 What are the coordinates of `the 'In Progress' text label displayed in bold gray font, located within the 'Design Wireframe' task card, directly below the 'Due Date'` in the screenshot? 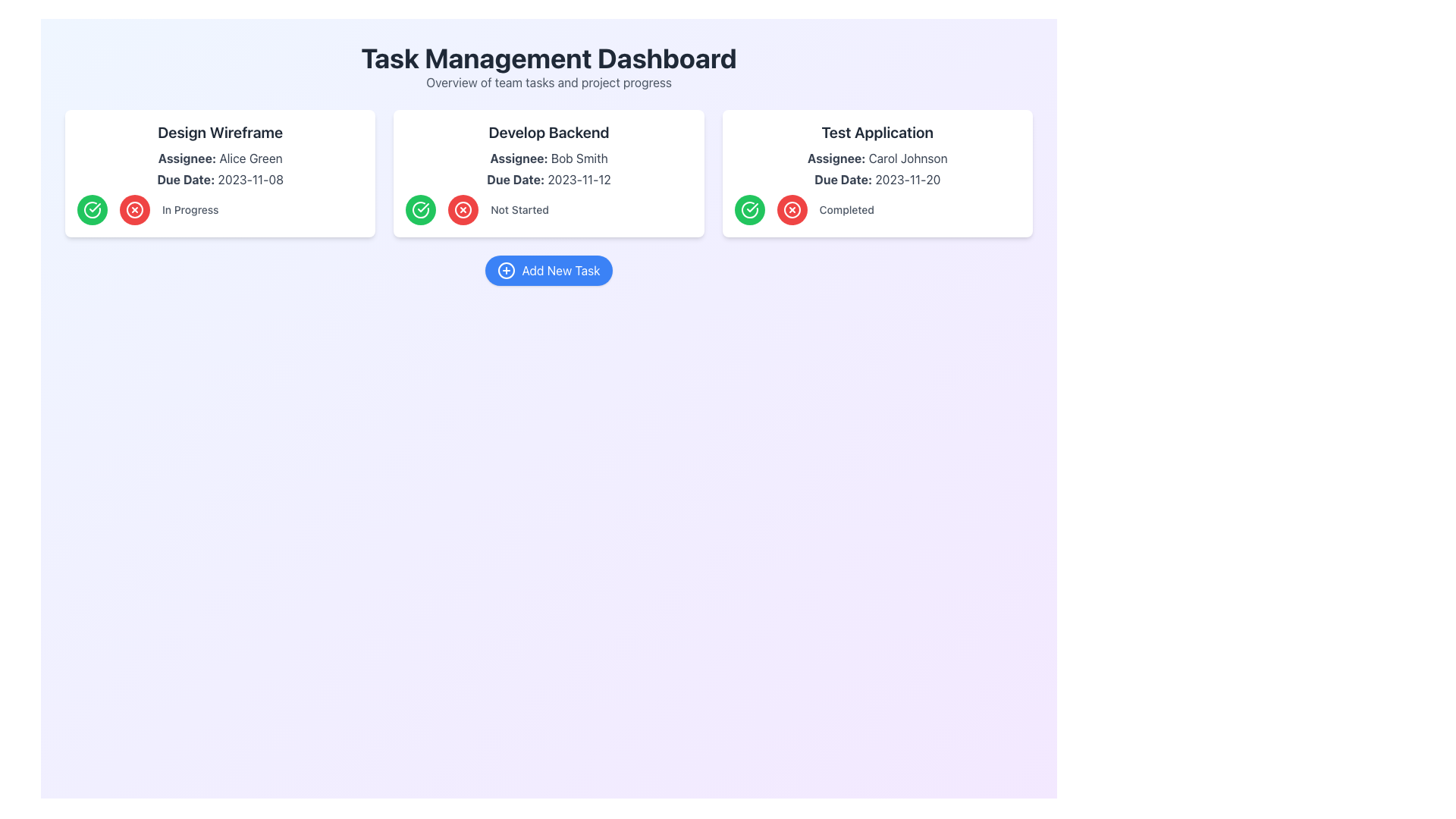 It's located at (190, 210).